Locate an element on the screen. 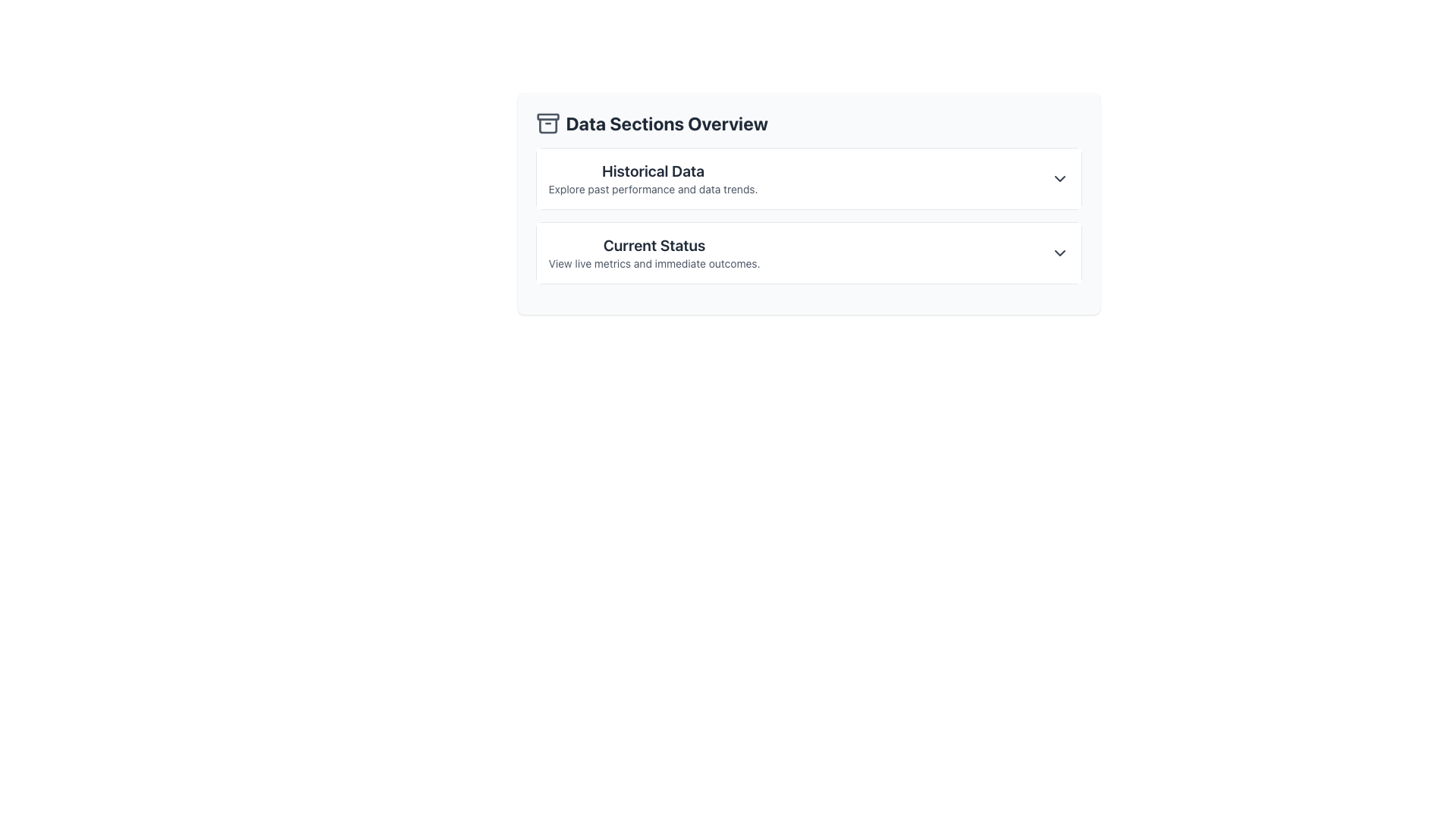 The height and width of the screenshot is (819, 1456). the rectangular SVG shape with rounded corners located in the upper section of the archive box icon is located at coordinates (547, 116).